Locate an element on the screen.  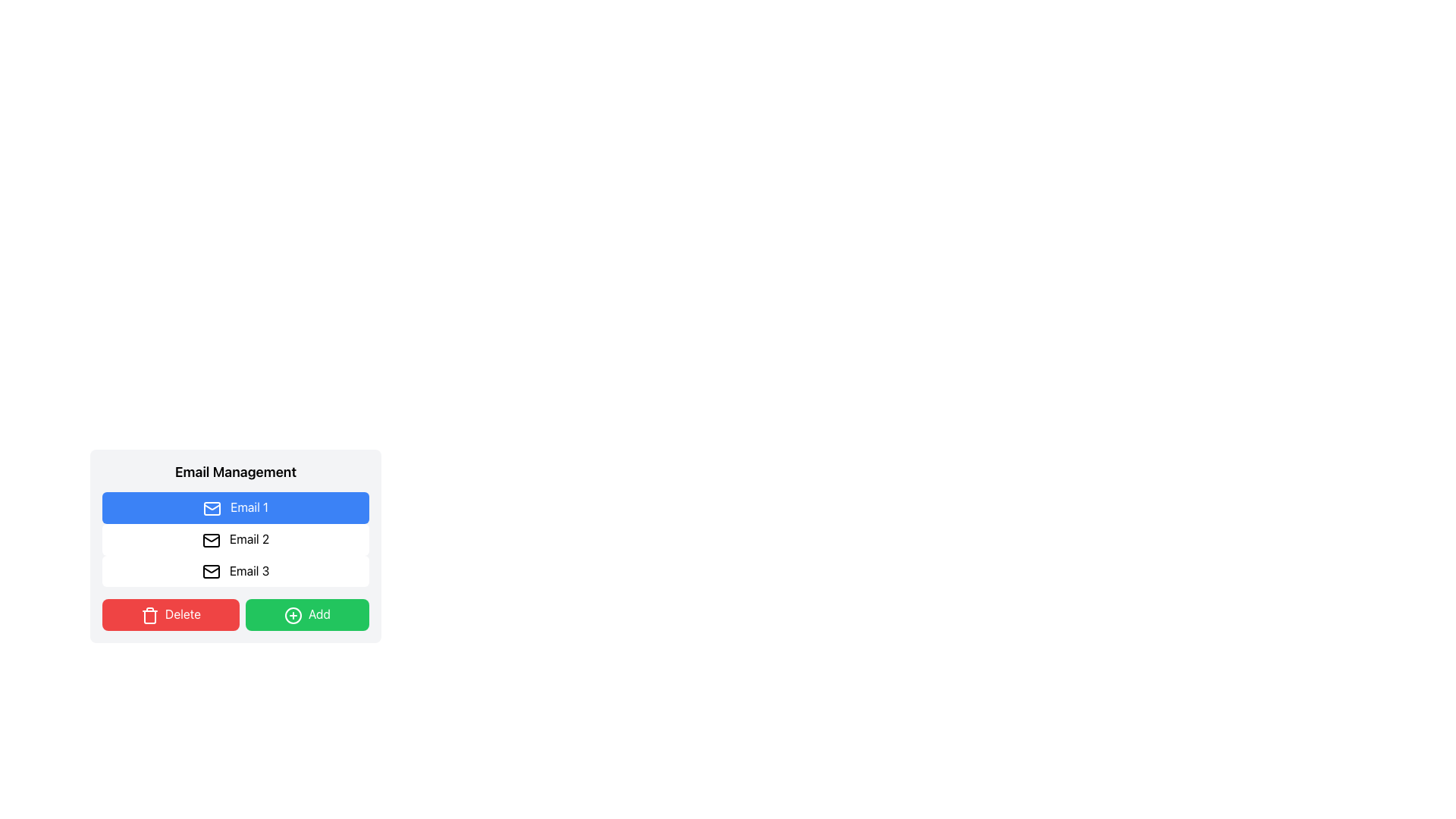
the green 'Add' button with white text and a plus icon is located at coordinates (306, 615).